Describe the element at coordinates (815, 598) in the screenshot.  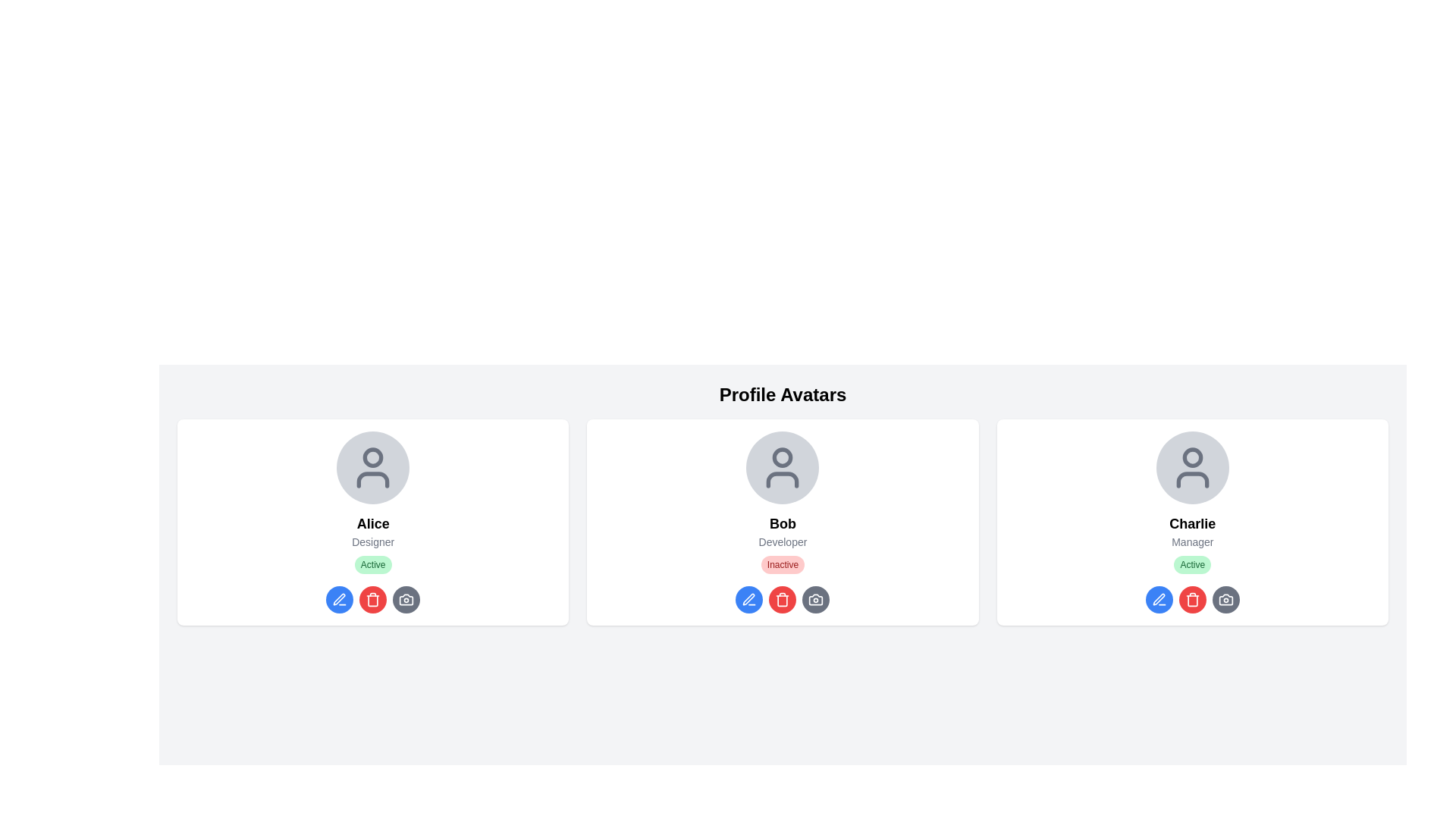
I see `the rightmost camera icon in the actions section below Bob's profile card` at that location.